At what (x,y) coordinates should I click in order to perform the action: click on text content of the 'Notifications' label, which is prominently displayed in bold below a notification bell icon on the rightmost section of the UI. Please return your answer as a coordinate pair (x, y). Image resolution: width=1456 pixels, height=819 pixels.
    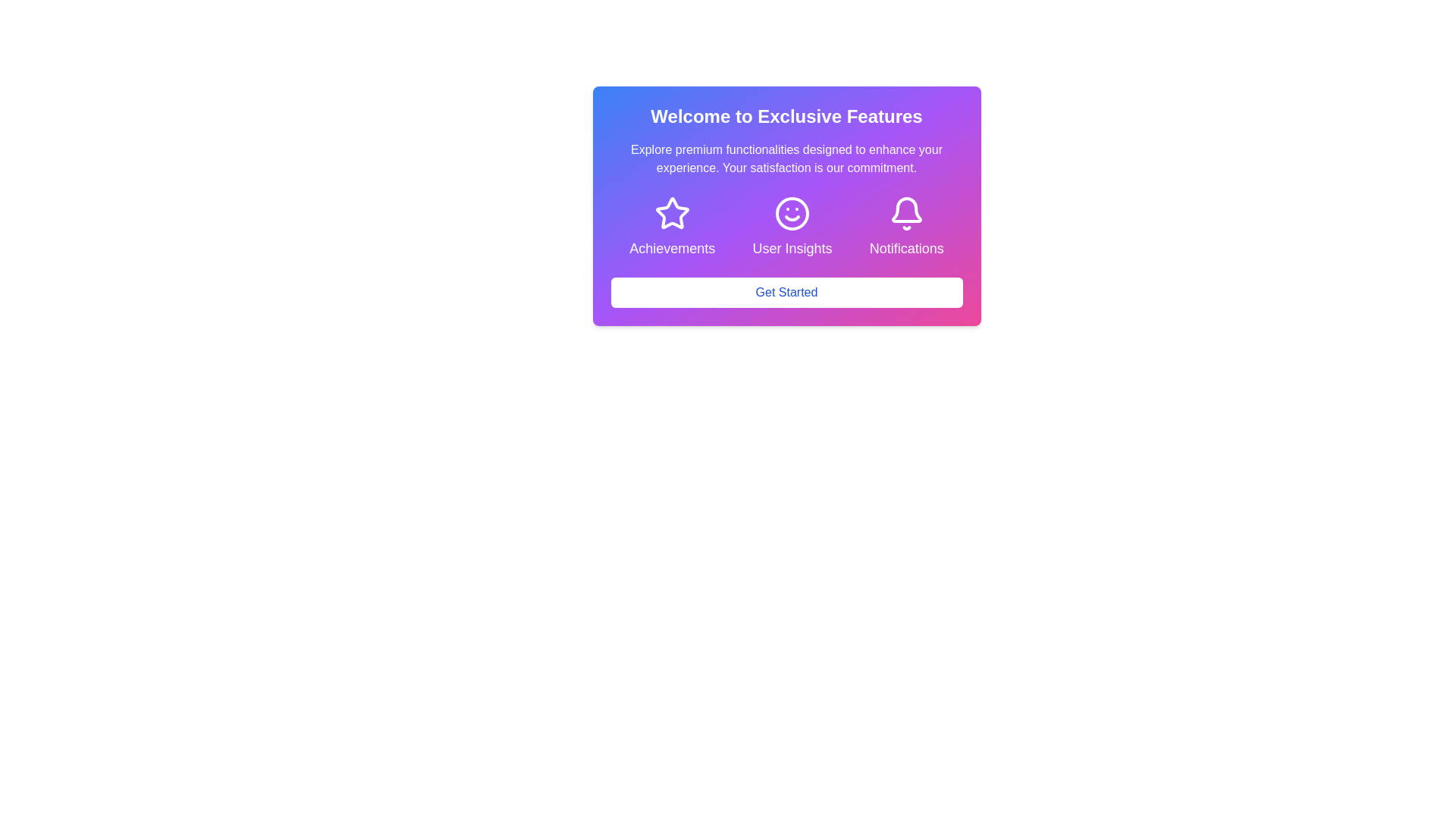
    Looking at the image, I should click on (906, 247).